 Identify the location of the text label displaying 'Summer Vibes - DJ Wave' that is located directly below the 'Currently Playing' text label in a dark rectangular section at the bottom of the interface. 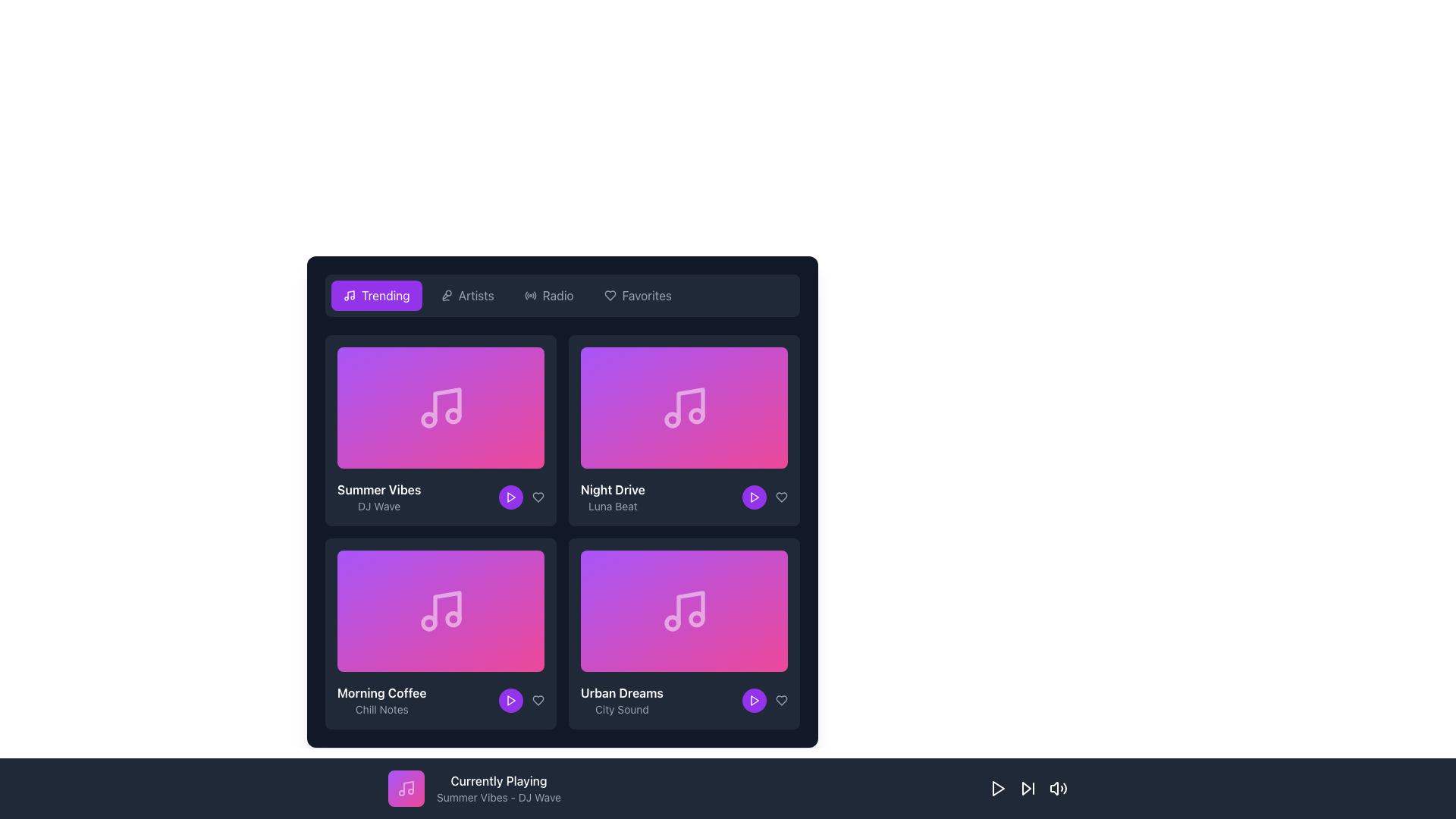
(498, 797).